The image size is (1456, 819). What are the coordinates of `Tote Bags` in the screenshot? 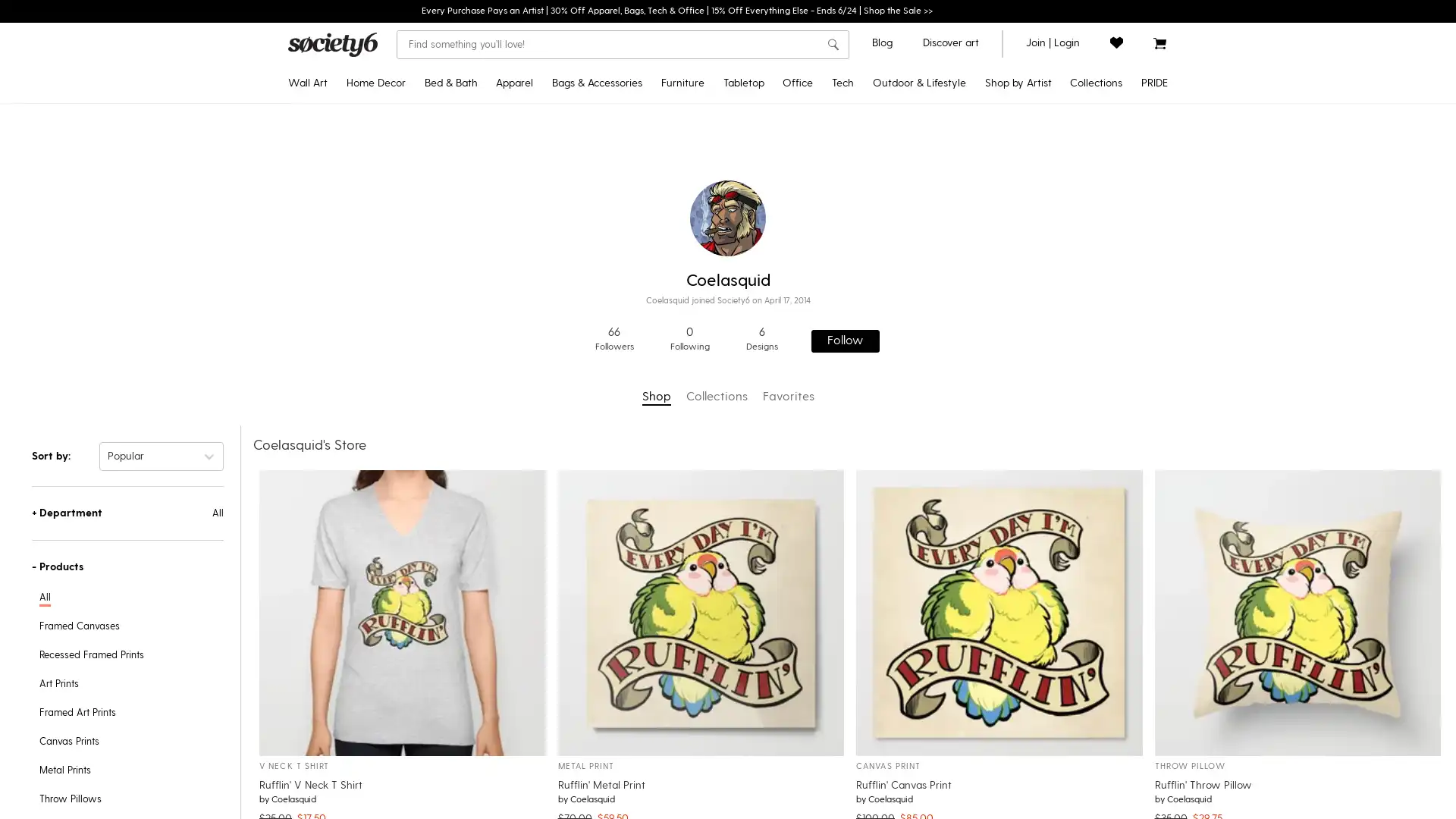 It's located at (607, 121).